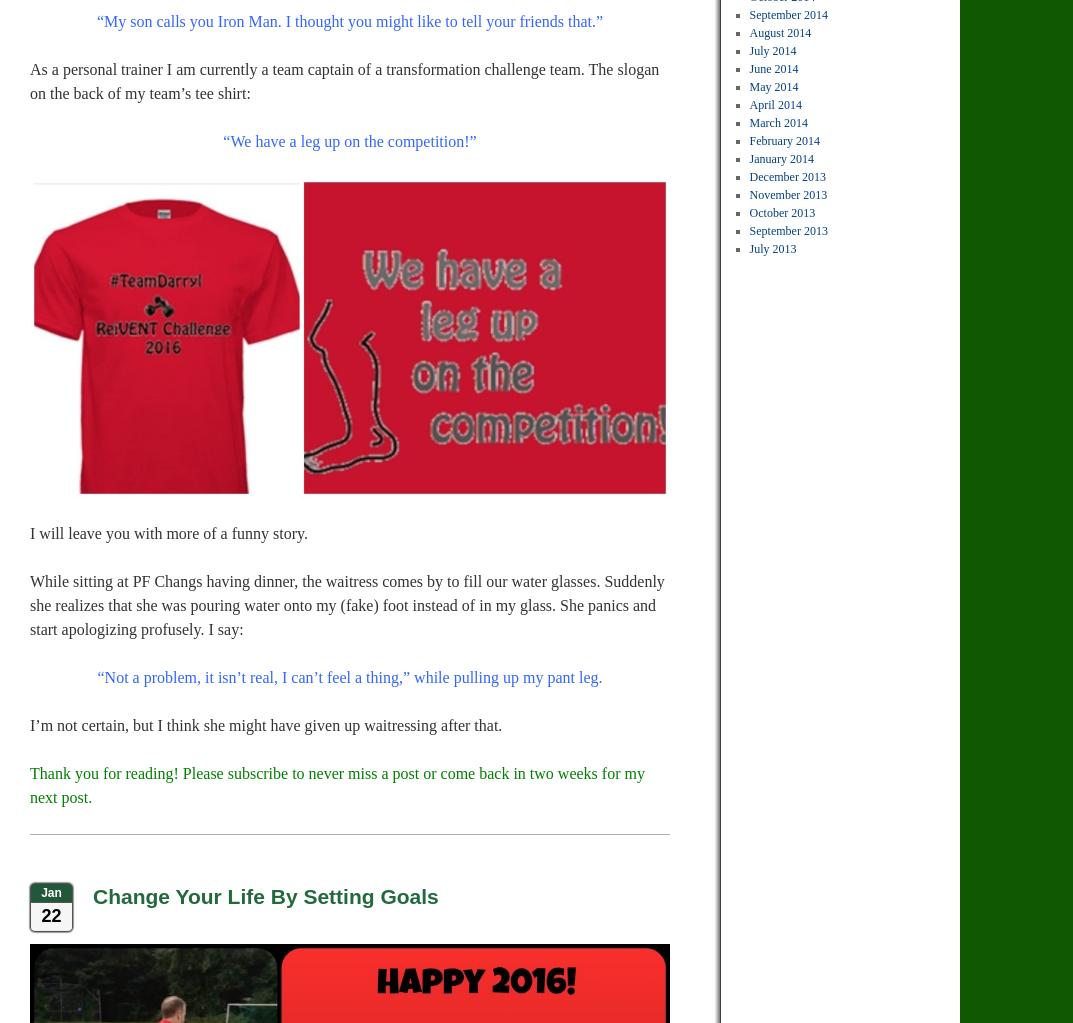 This screenshot has height=1023, width=1073. Describe the element at coordinates (264, 896) in the screenshot. I see `'Change Your Life By Setting Goals'` at that location.